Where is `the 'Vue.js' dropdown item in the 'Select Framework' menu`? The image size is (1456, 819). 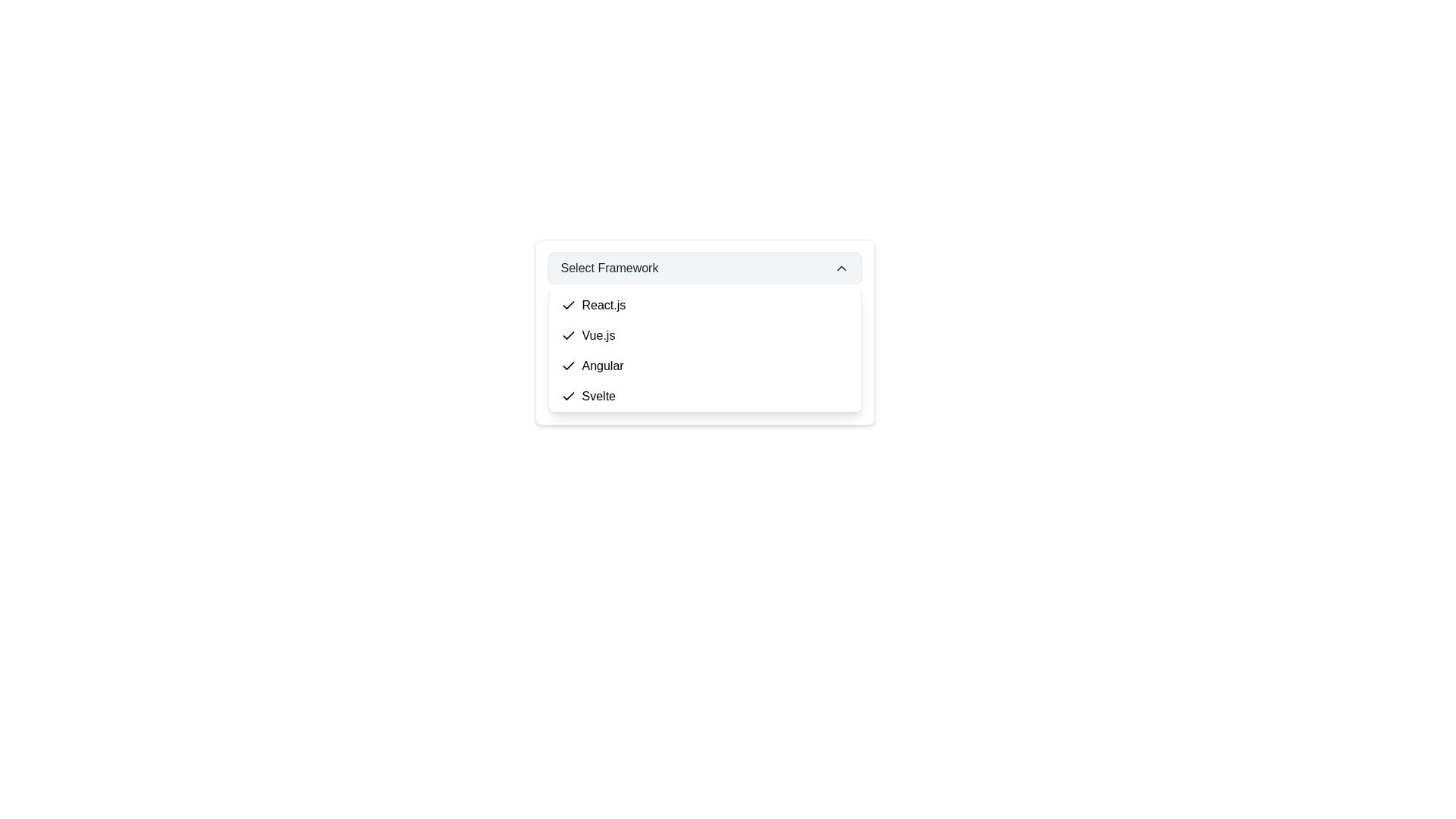
the 'Vue.js' dropdown item in the 'Select Framework' menu is located at coordinates (704, 335).